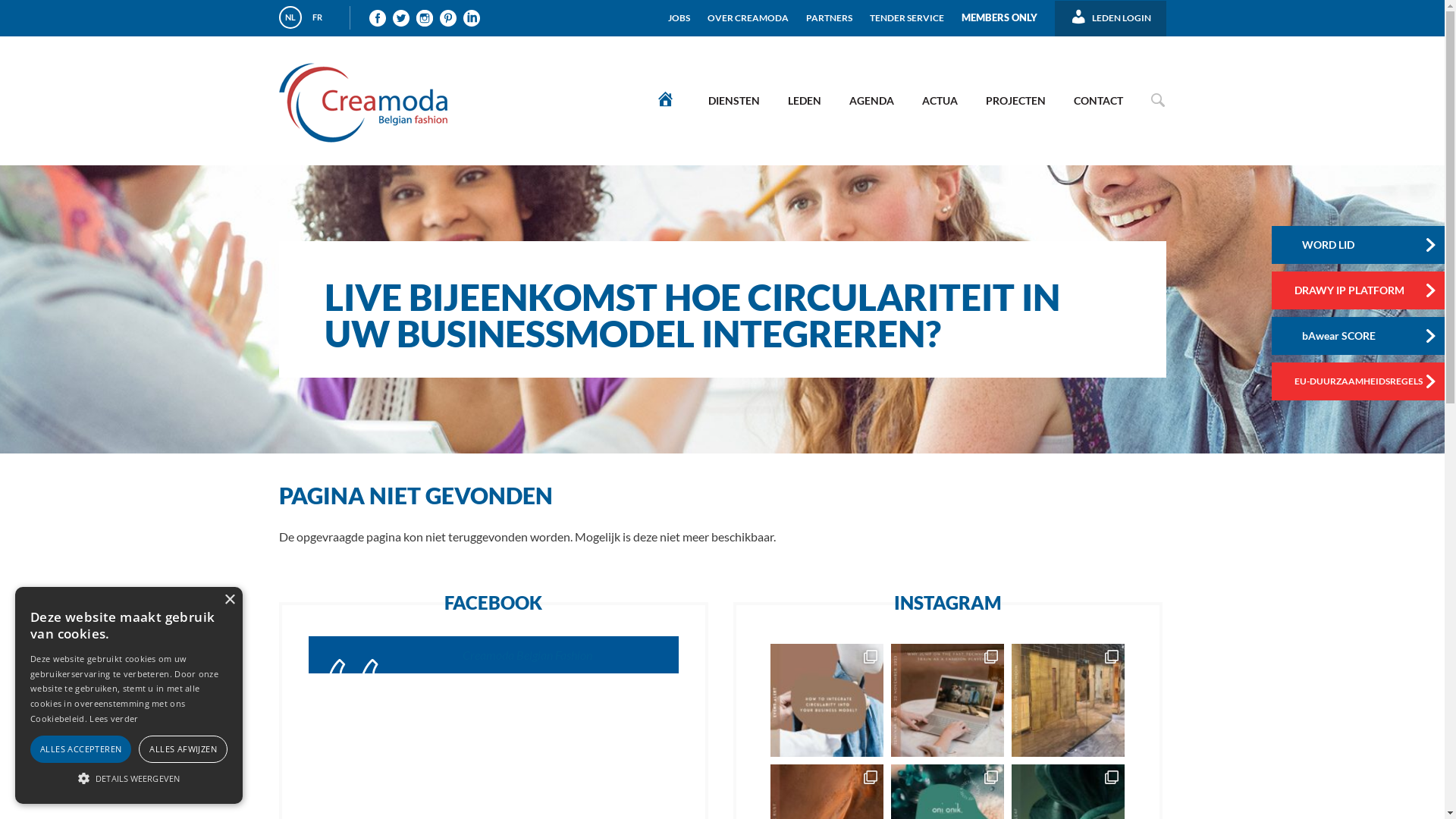 This screenshot has width=1456, height=819. Describe the element at coordinates (112, 717) in the screenshot. I see `'Lees verder'` at that location.